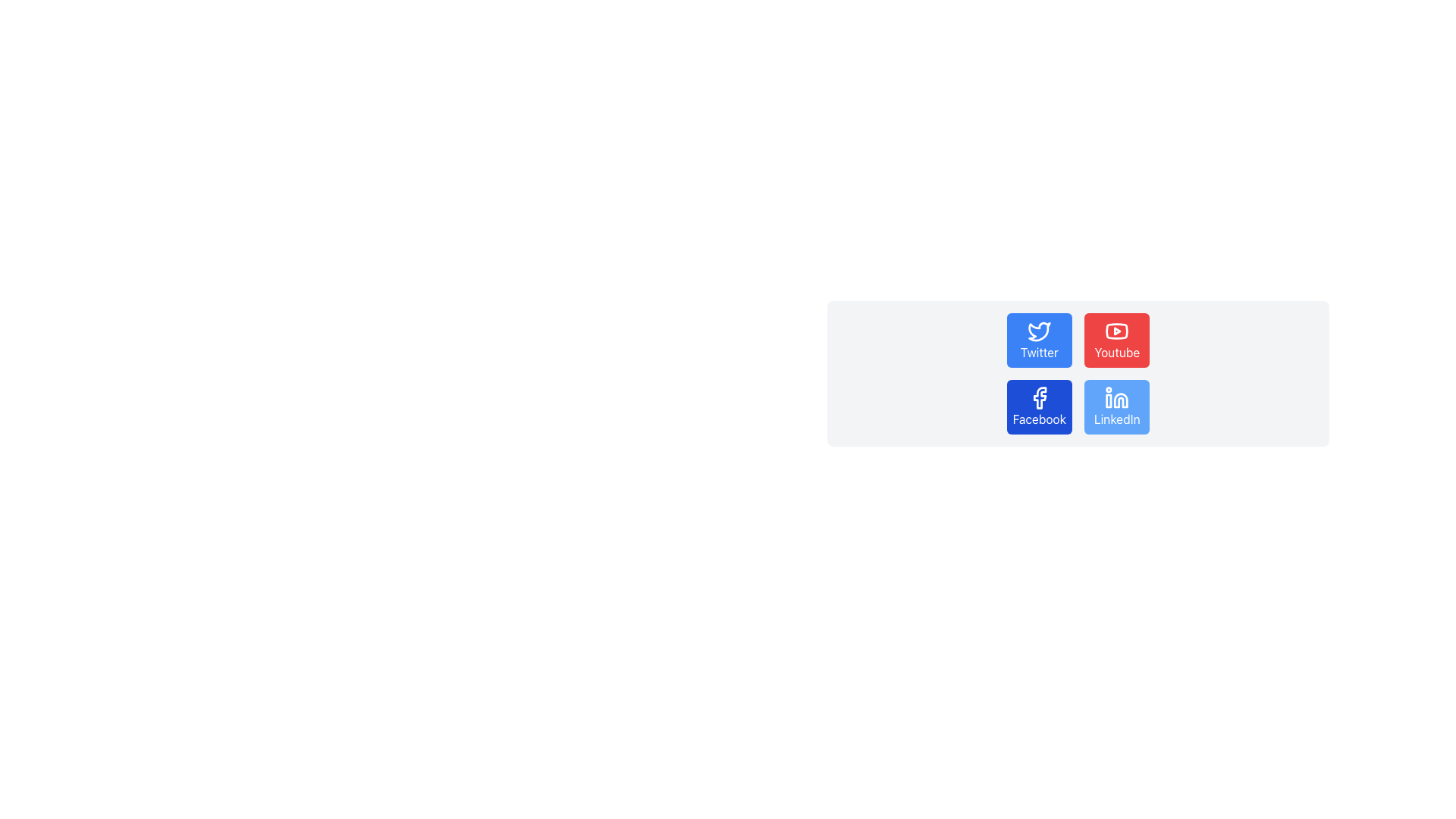 The height and width of the screenshot is (819, 1456). What do you see at coordinates (1038, 330) in the screenshot?
I see `the bird-shaped Twitter icon with a blue background and white artwork, located at the top-left of the social media icons group` at bounding box center [1038, 330].